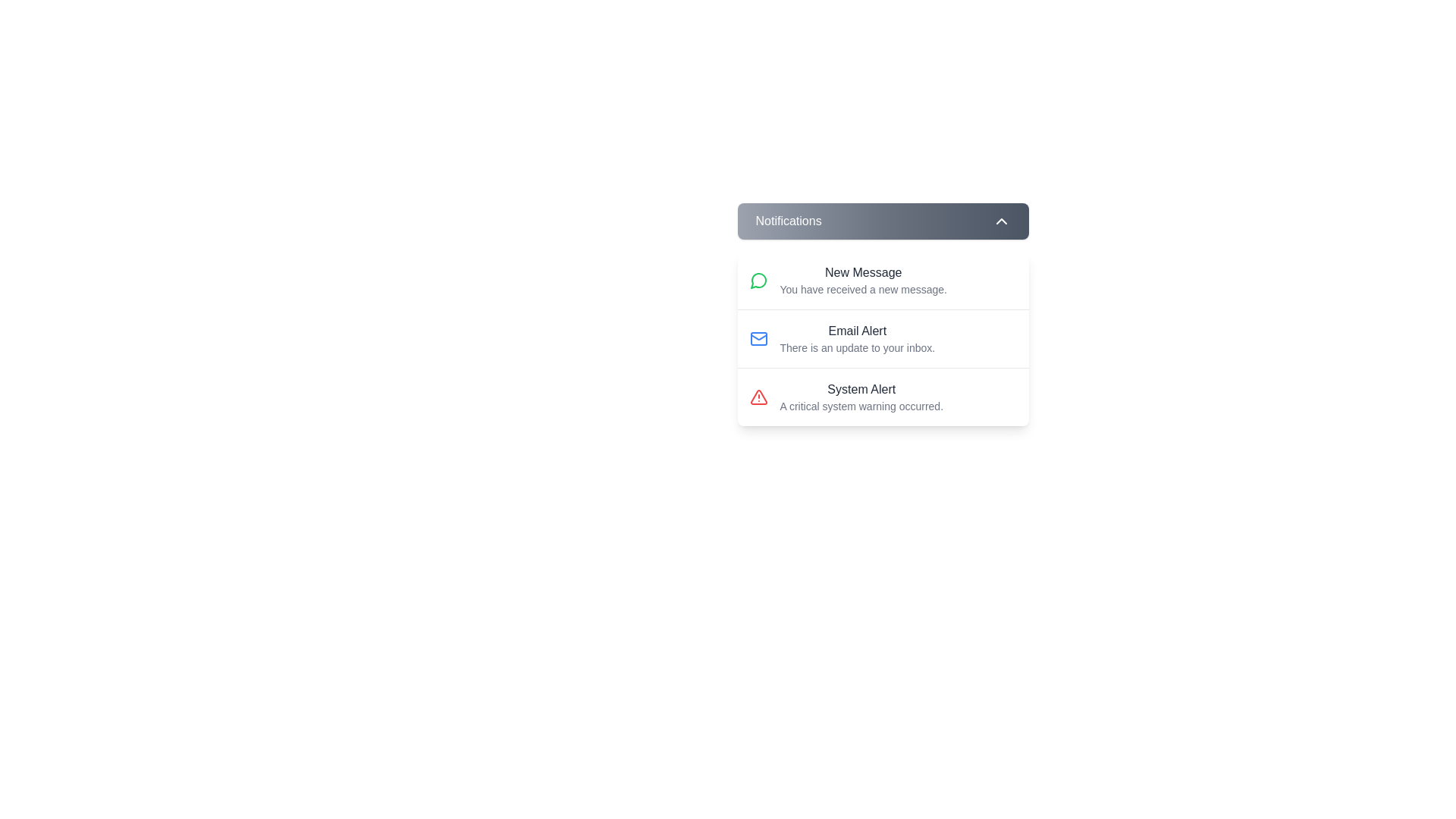 The height and width of the screenshot is (819, 1456). I want to click on the Notification component, which is the second notification entry in the interface, located between 'New Message' and 'System Alert', so click(883, 314).